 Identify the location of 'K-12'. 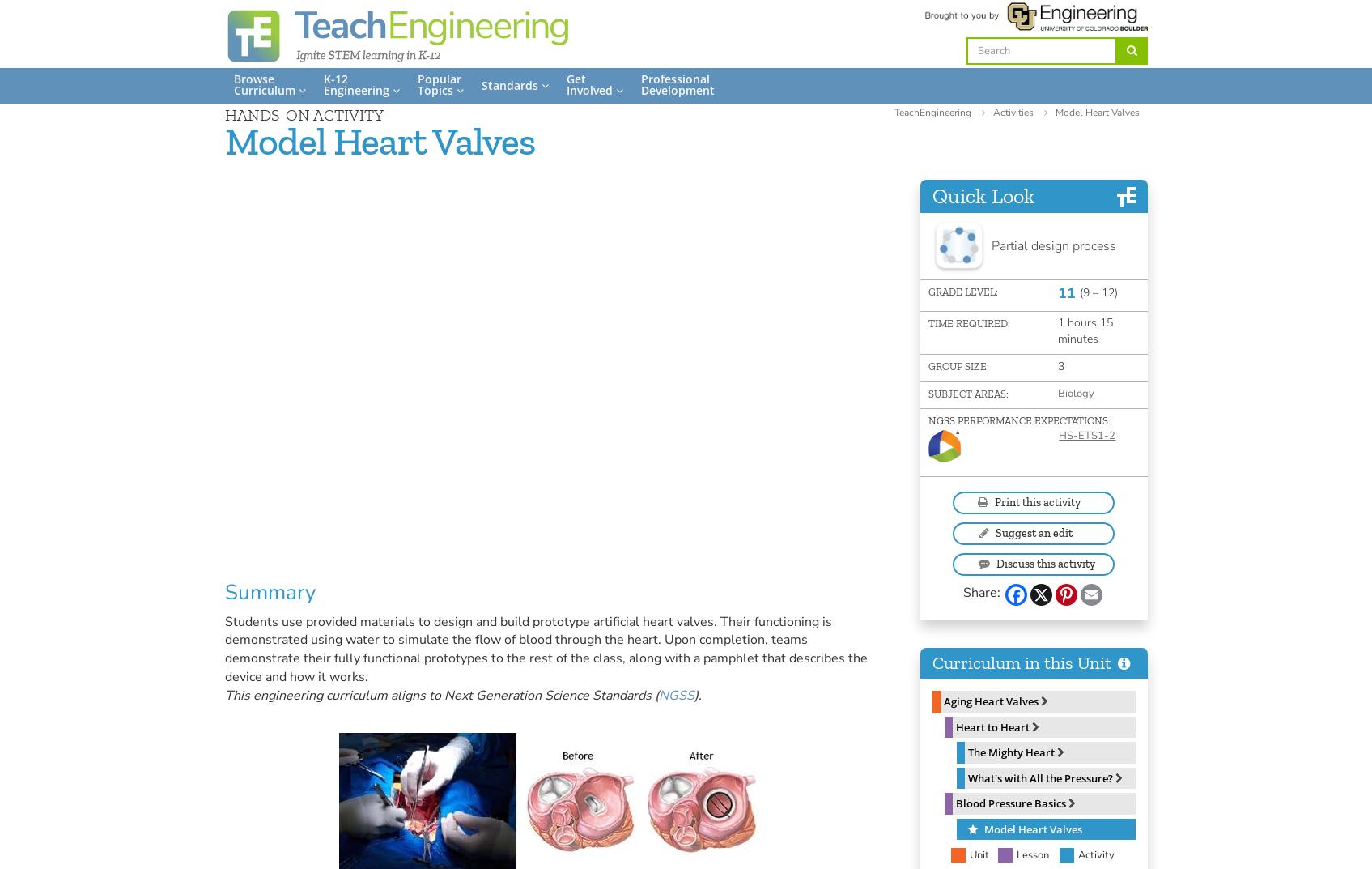
(334, 79).